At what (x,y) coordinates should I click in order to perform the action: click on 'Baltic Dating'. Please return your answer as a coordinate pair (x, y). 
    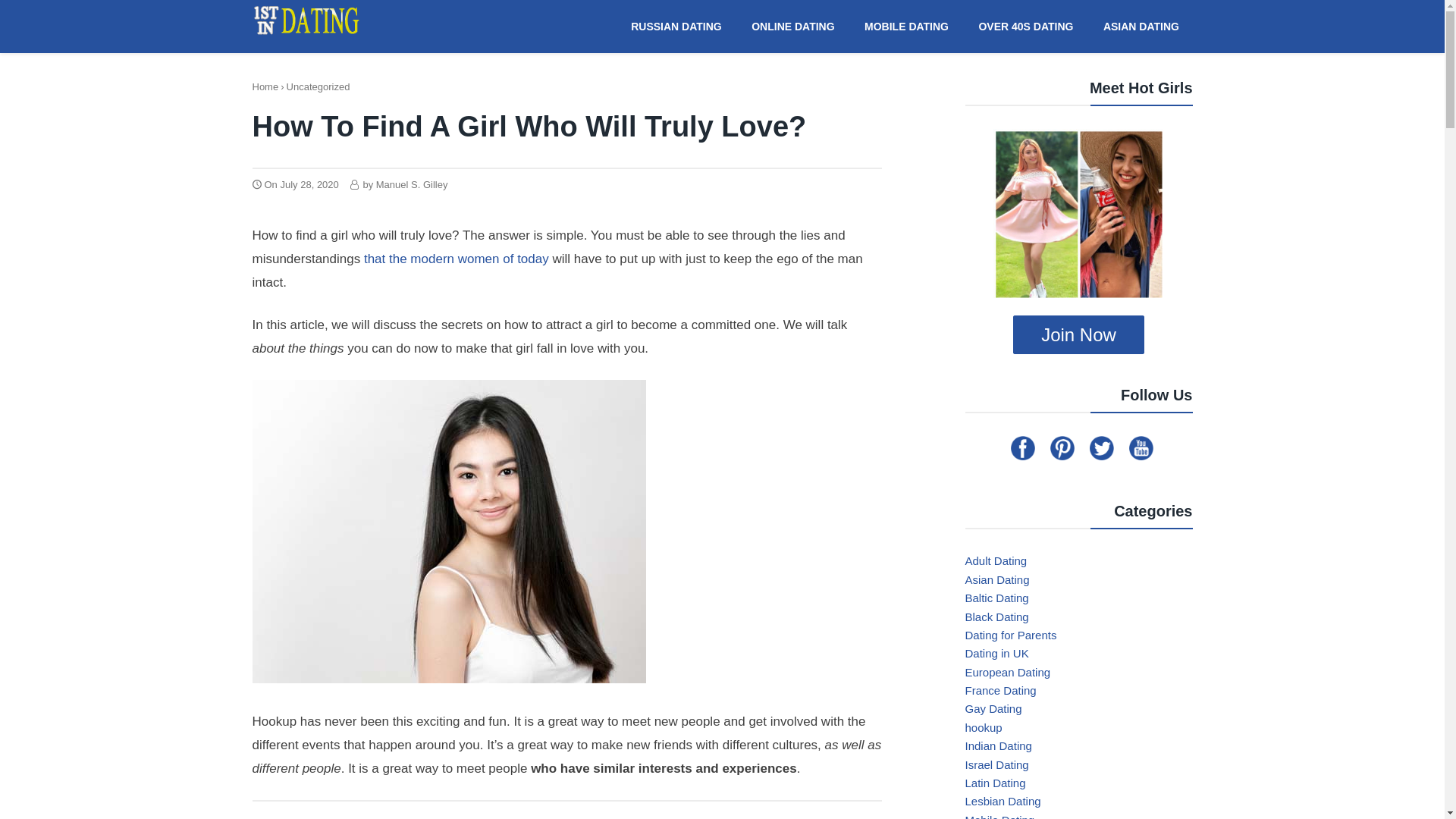
    Looking at the image, I should click on (996, 597).